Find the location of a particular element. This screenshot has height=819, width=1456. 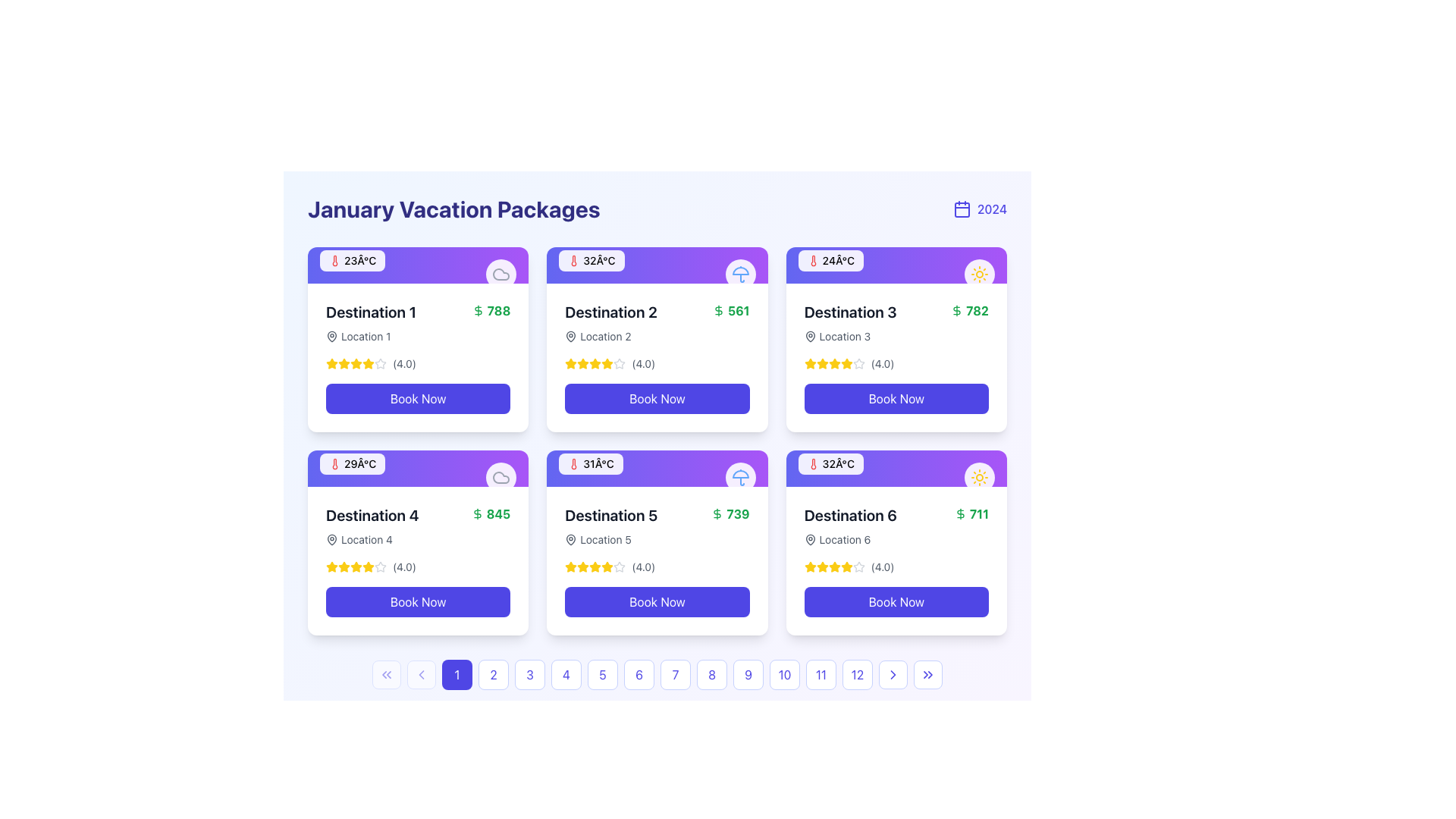

the filled yellow star icon representing a rating score of '4.0' for 'Destination 6', which is the third star in the row of stars is located at coordinates (833, 566).